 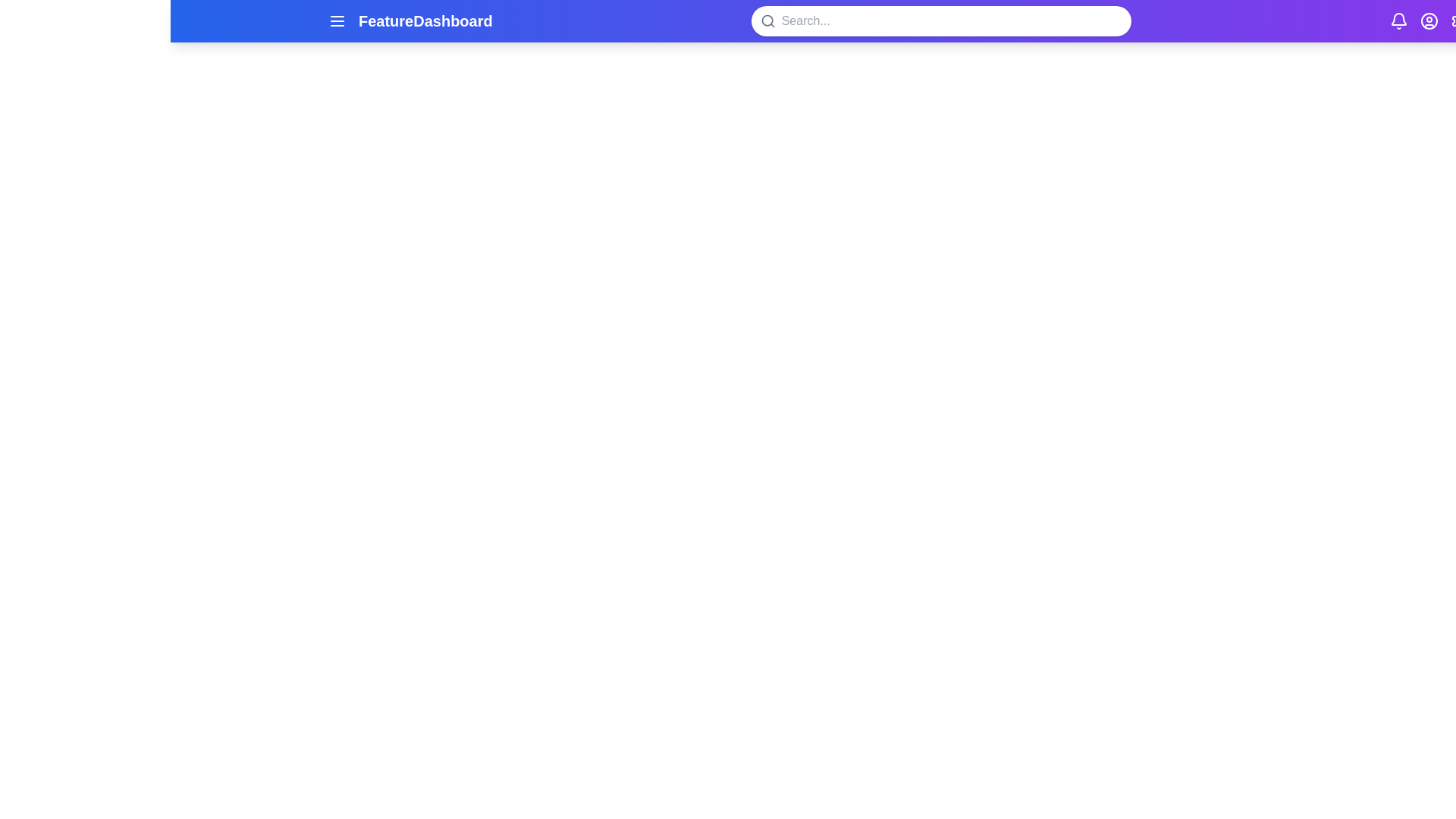 What do you see at coordinates (1398, 19) in the screenshot?
I see `the bell icon located at the top-right corner of the interface, which is associated with notifications` at bounding box center [1398, 19].